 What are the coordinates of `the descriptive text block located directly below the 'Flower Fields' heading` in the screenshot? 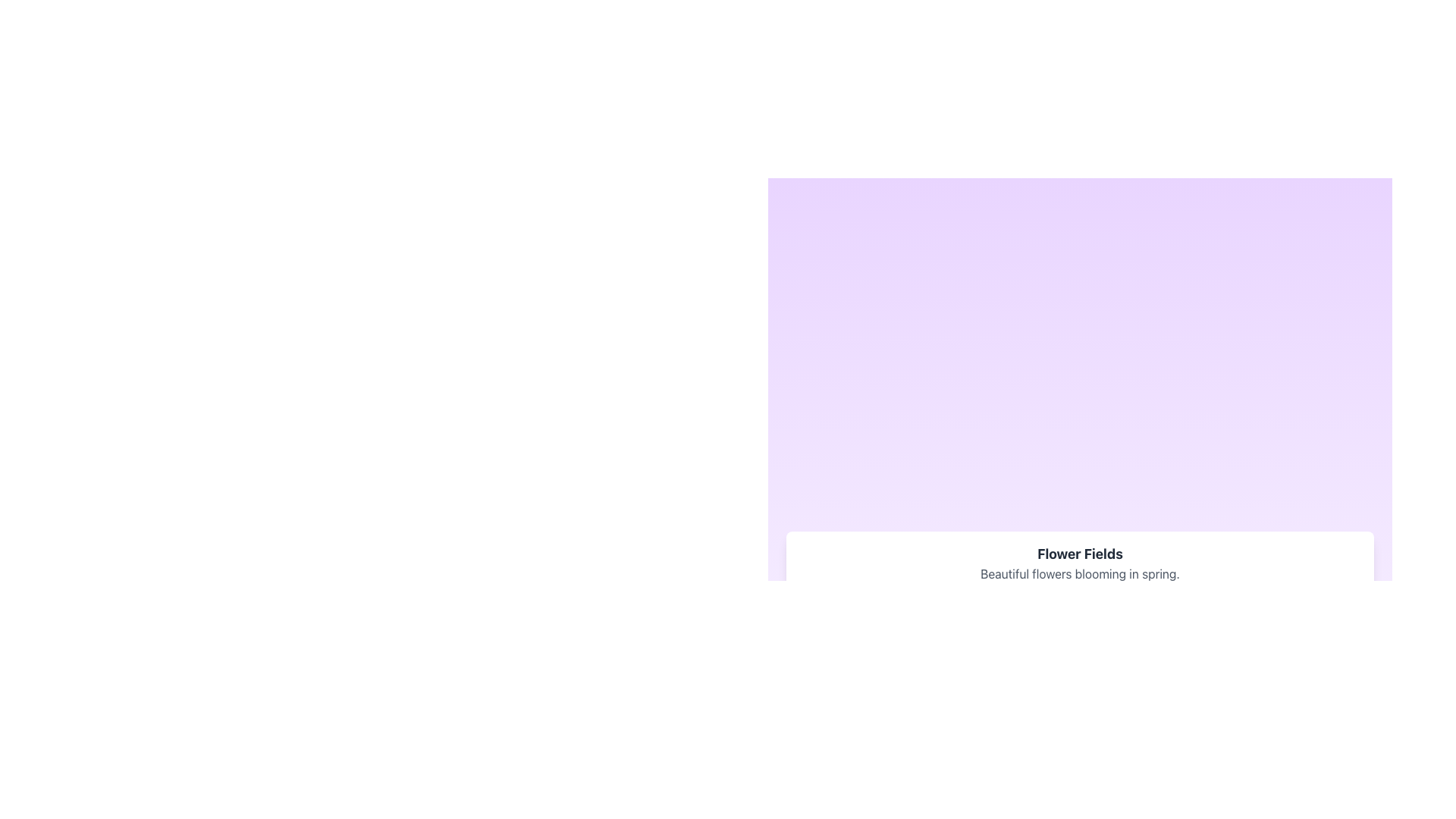 It's located at (1079, 573).